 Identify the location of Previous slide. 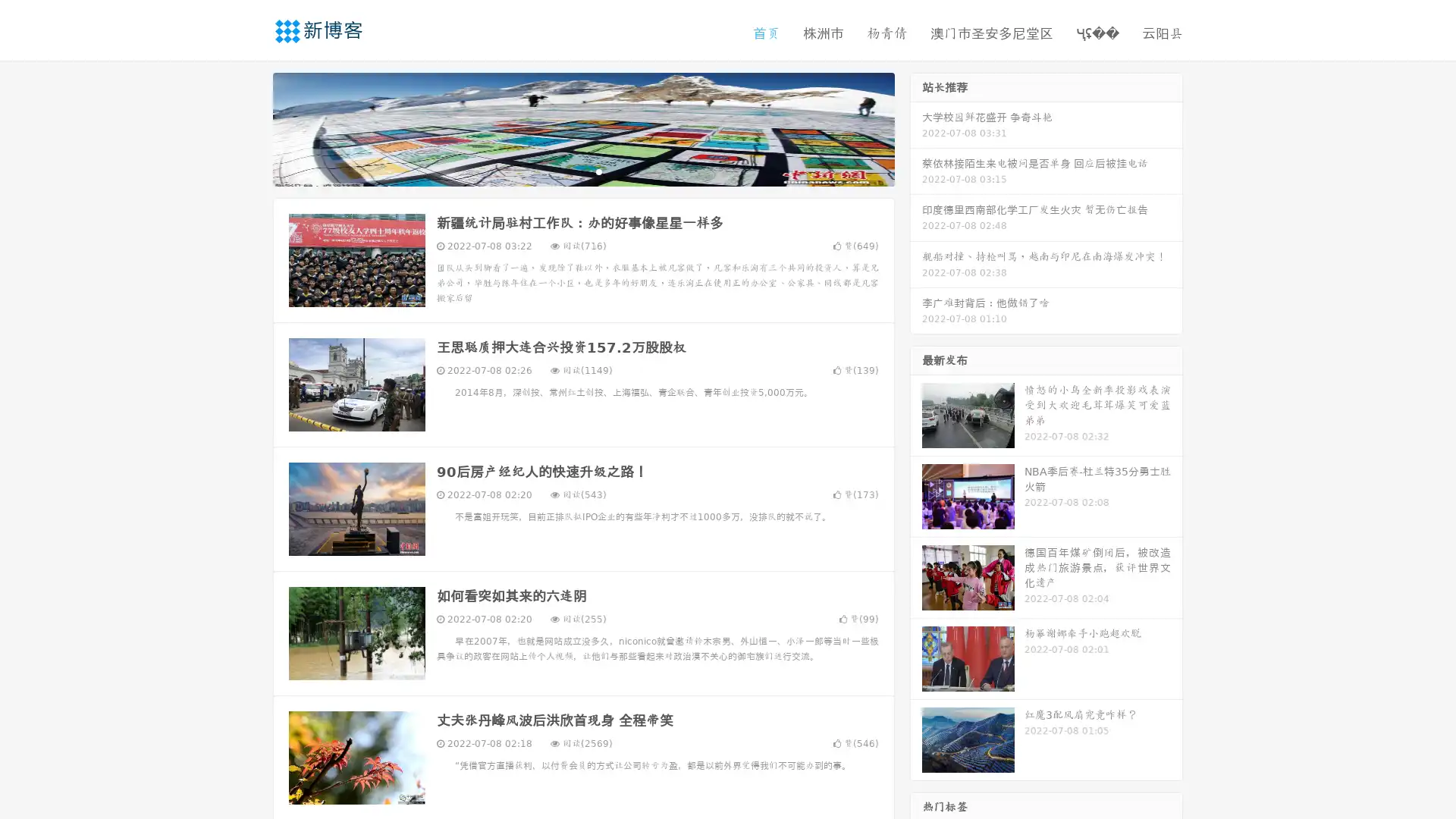
(250, 127).